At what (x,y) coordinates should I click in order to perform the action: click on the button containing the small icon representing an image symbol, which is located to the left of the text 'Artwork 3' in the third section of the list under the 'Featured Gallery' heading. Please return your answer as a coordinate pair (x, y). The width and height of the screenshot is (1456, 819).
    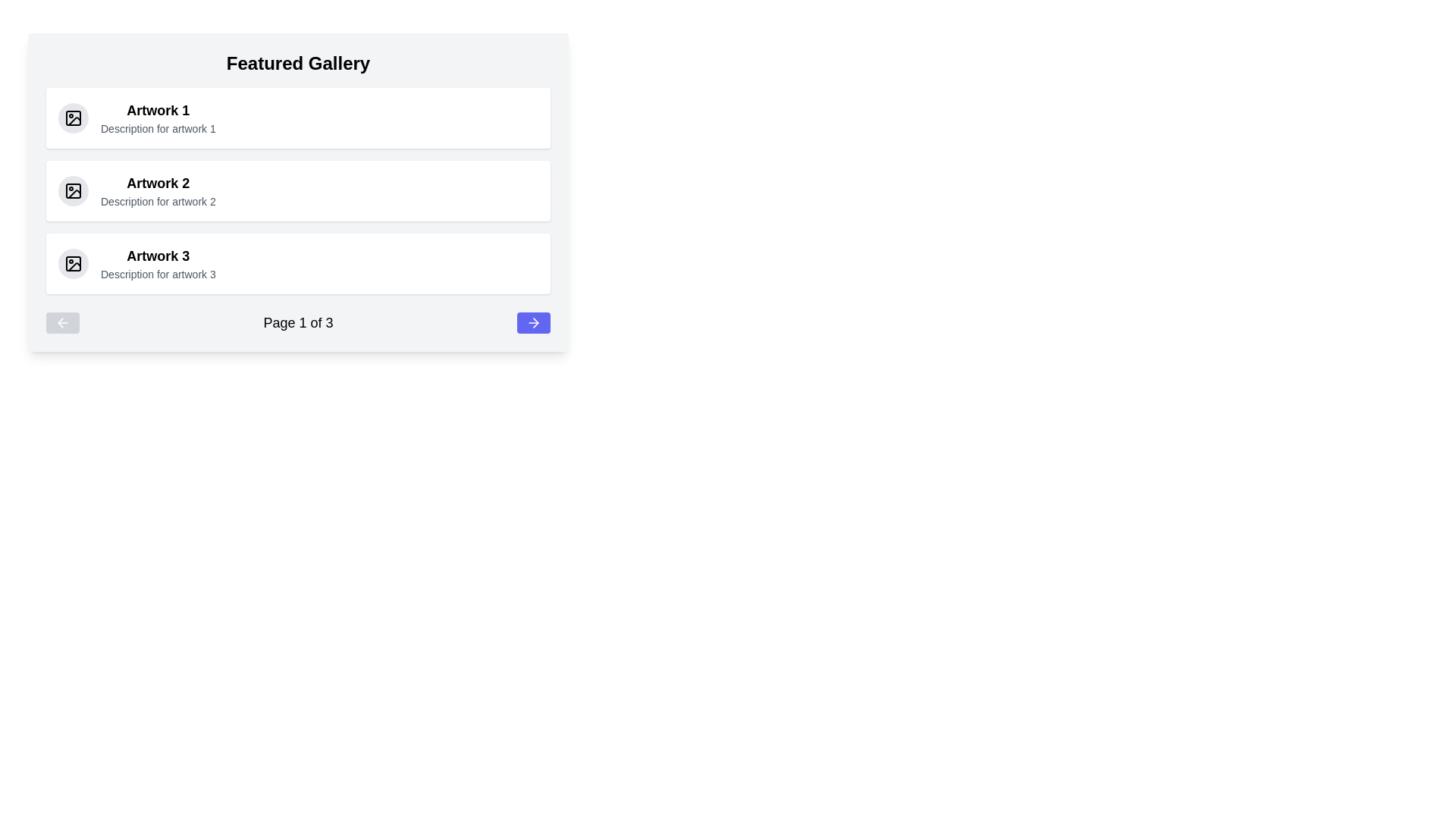
    Looking at the image, I should click on (72, 262).